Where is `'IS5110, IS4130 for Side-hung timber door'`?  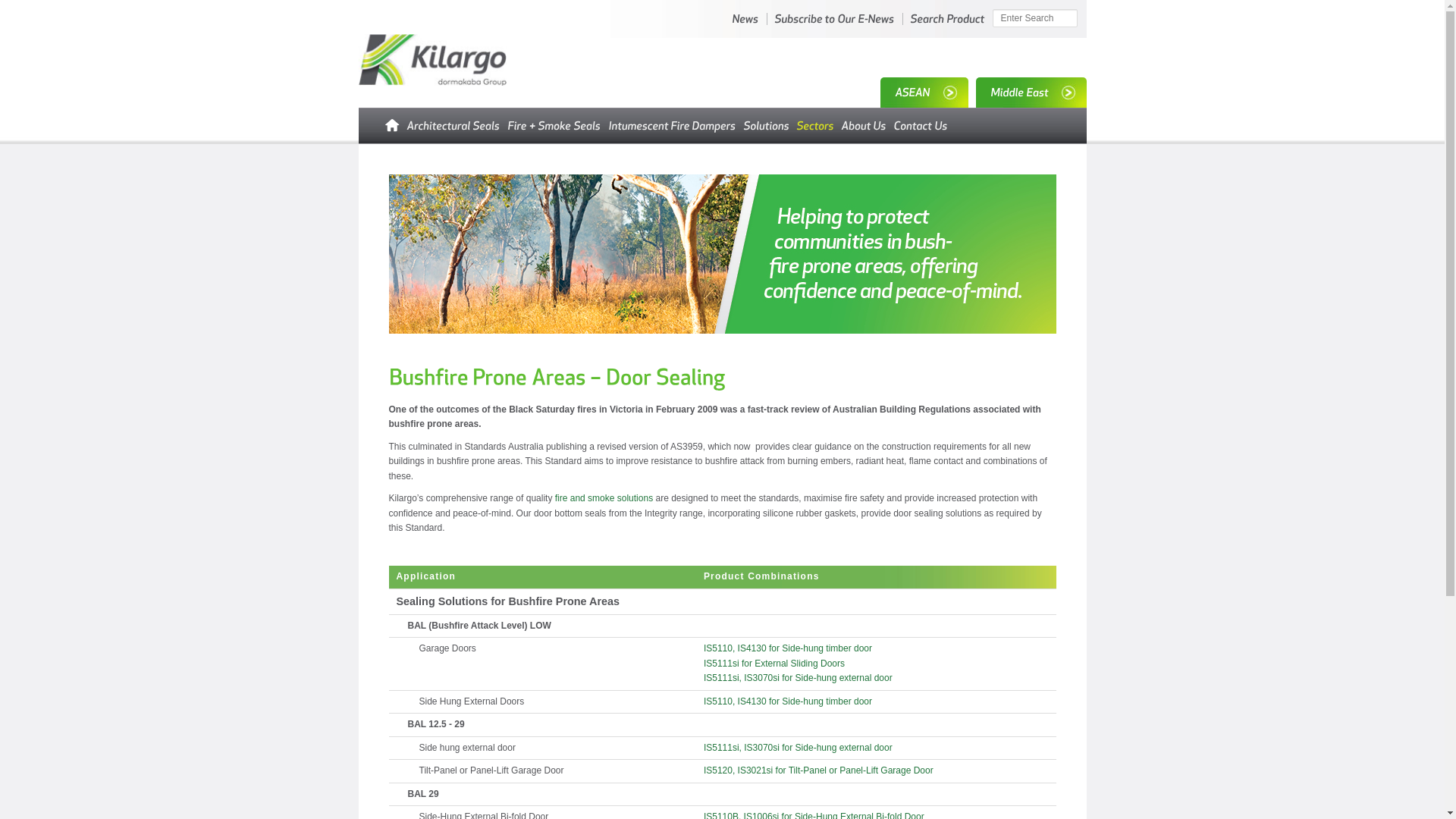 'IS5110, IS4130 for Side-hung timber door' is located at coordinates (702, 648).